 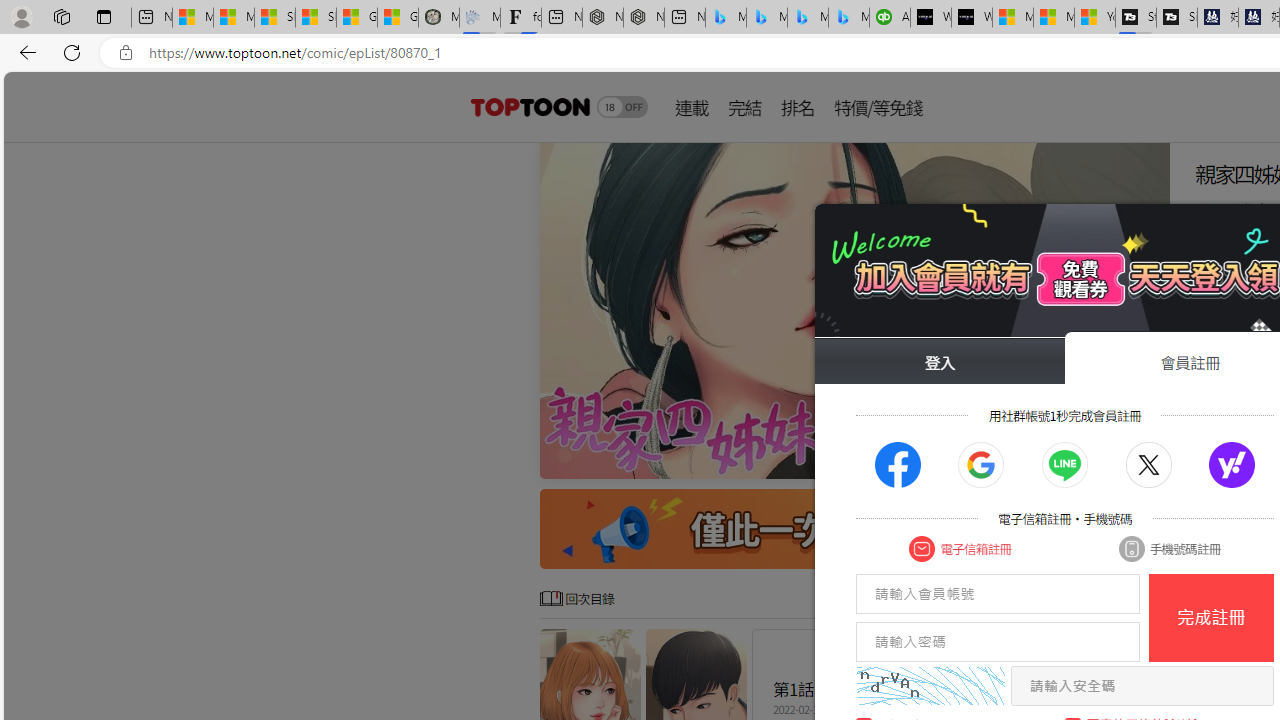 I want to click on 'Accounting Software for Accountants, CPAs and Bookkeepers', so click(x=889, y=17).